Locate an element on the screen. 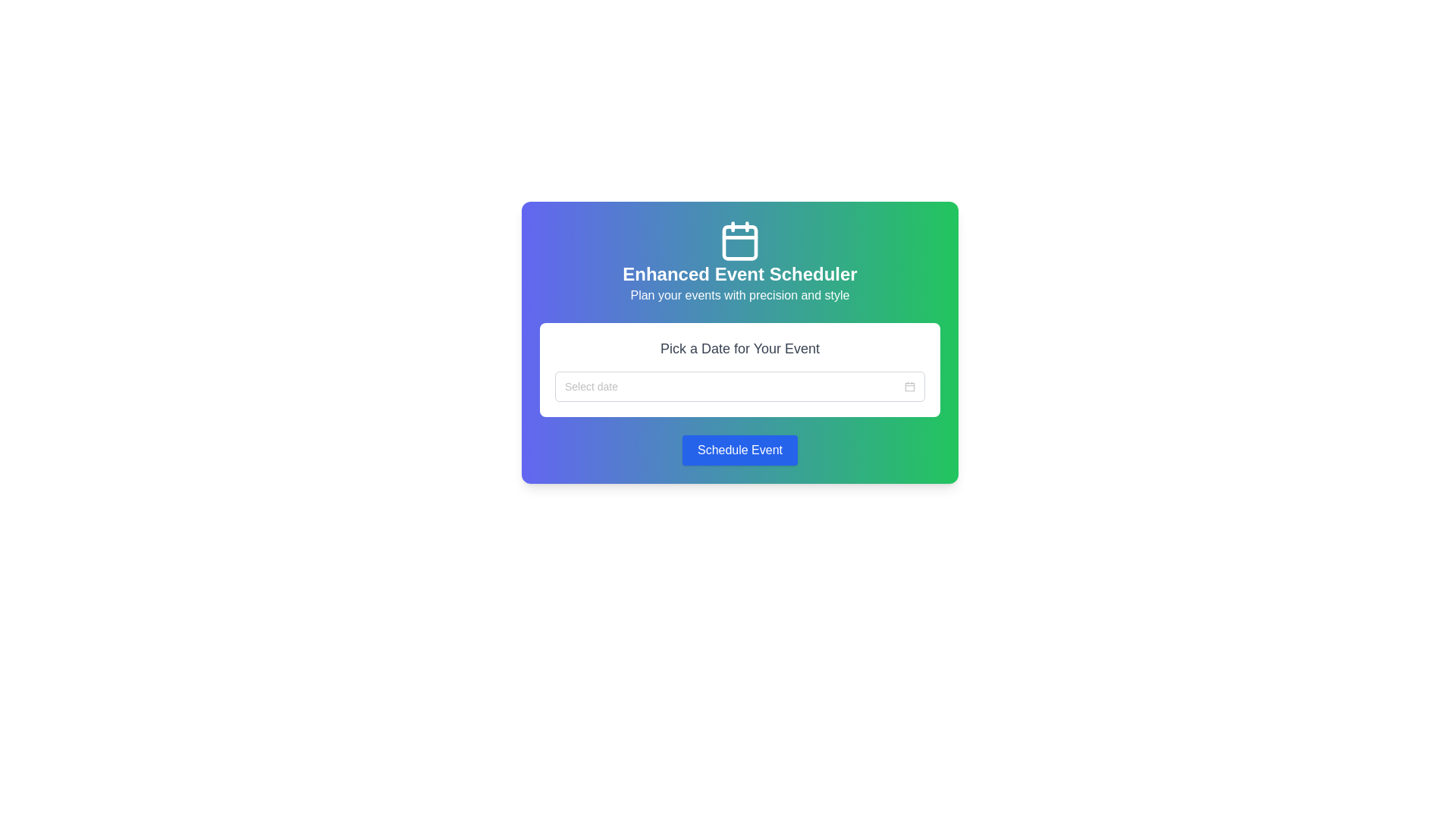 The height and width of the screenshot is (819, 1456). the calendar icon located at the far right of the 'Pick a Date for Your Event' input field is located at coordinates (910, 385).